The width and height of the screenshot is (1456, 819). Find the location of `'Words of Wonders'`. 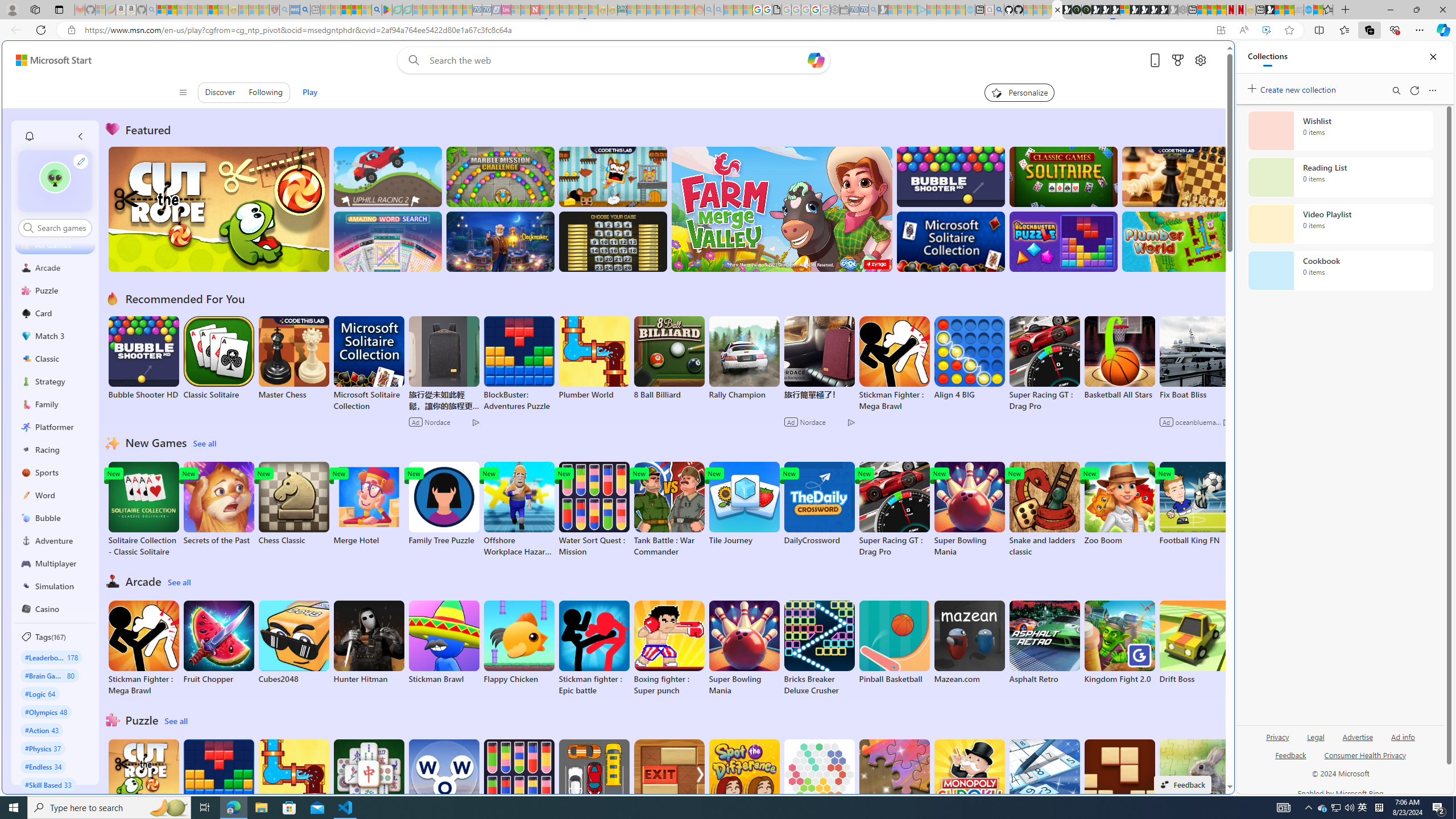

'Words of Wonders' is located at coordinates (442, 781).